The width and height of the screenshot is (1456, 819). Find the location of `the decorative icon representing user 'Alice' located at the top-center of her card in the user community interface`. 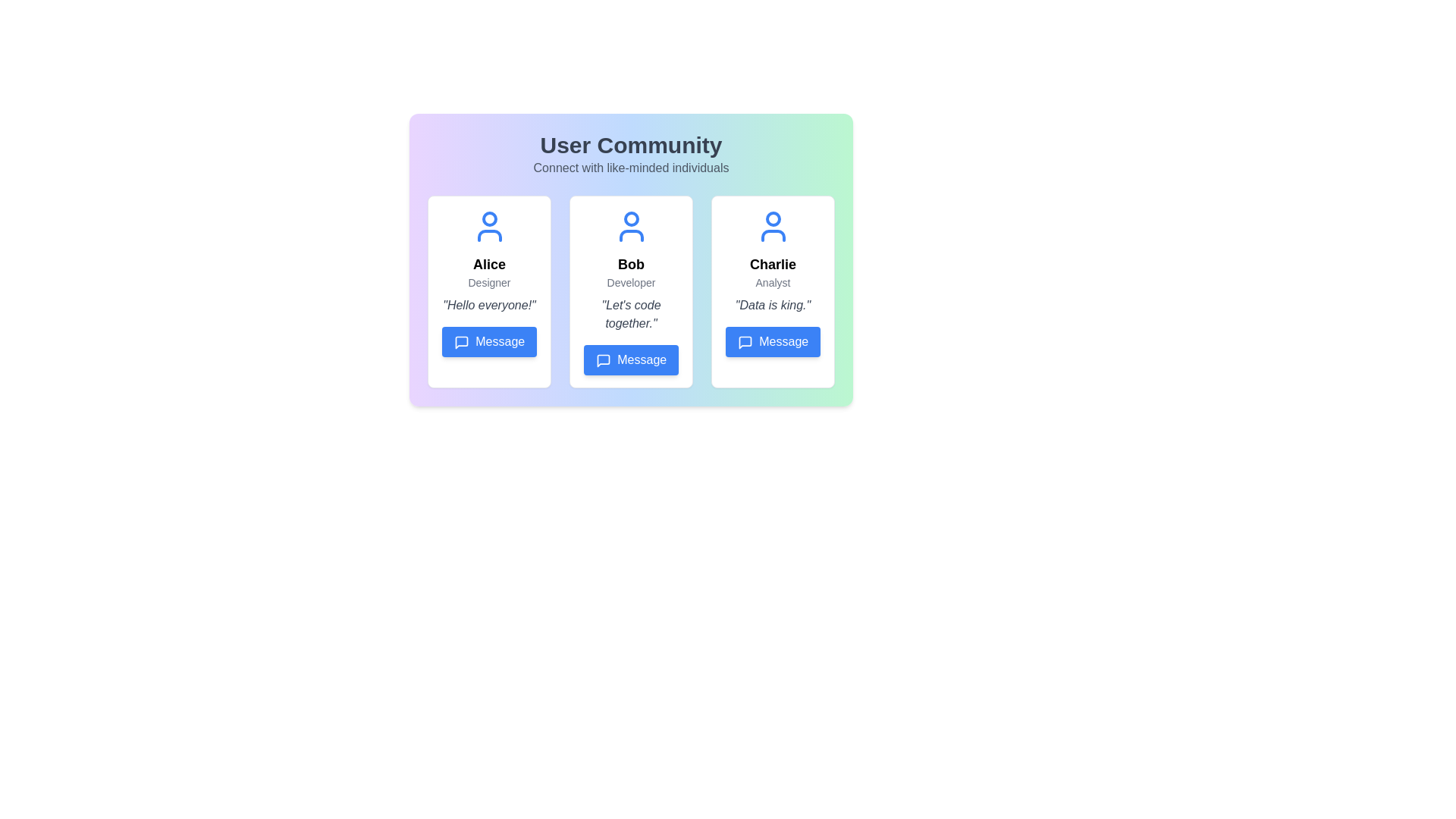

the decorative icon representing user 'Alice' located at the top-center of her card in the user community interface is located at coordinates (489, 227).